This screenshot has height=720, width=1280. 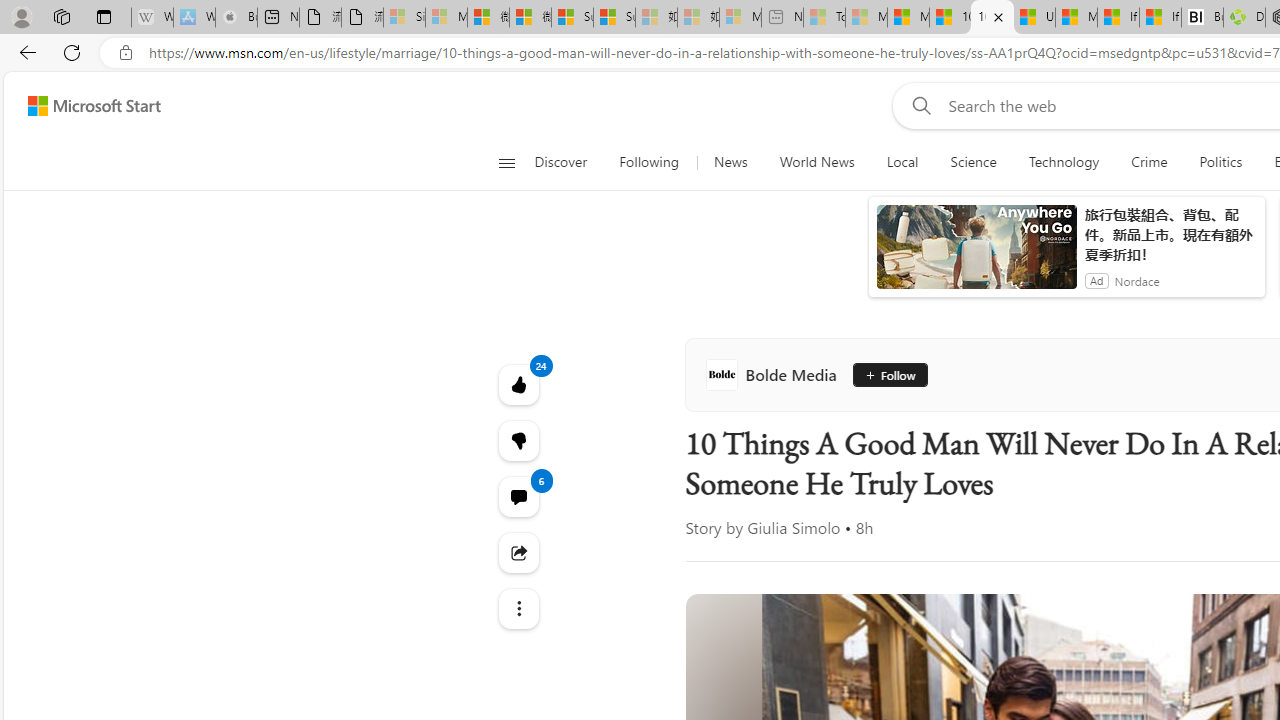 What do you see at coordinates (93, 105) in the screenshot?
I see `'Microsoft Start'` at bounding box center [93, 105].